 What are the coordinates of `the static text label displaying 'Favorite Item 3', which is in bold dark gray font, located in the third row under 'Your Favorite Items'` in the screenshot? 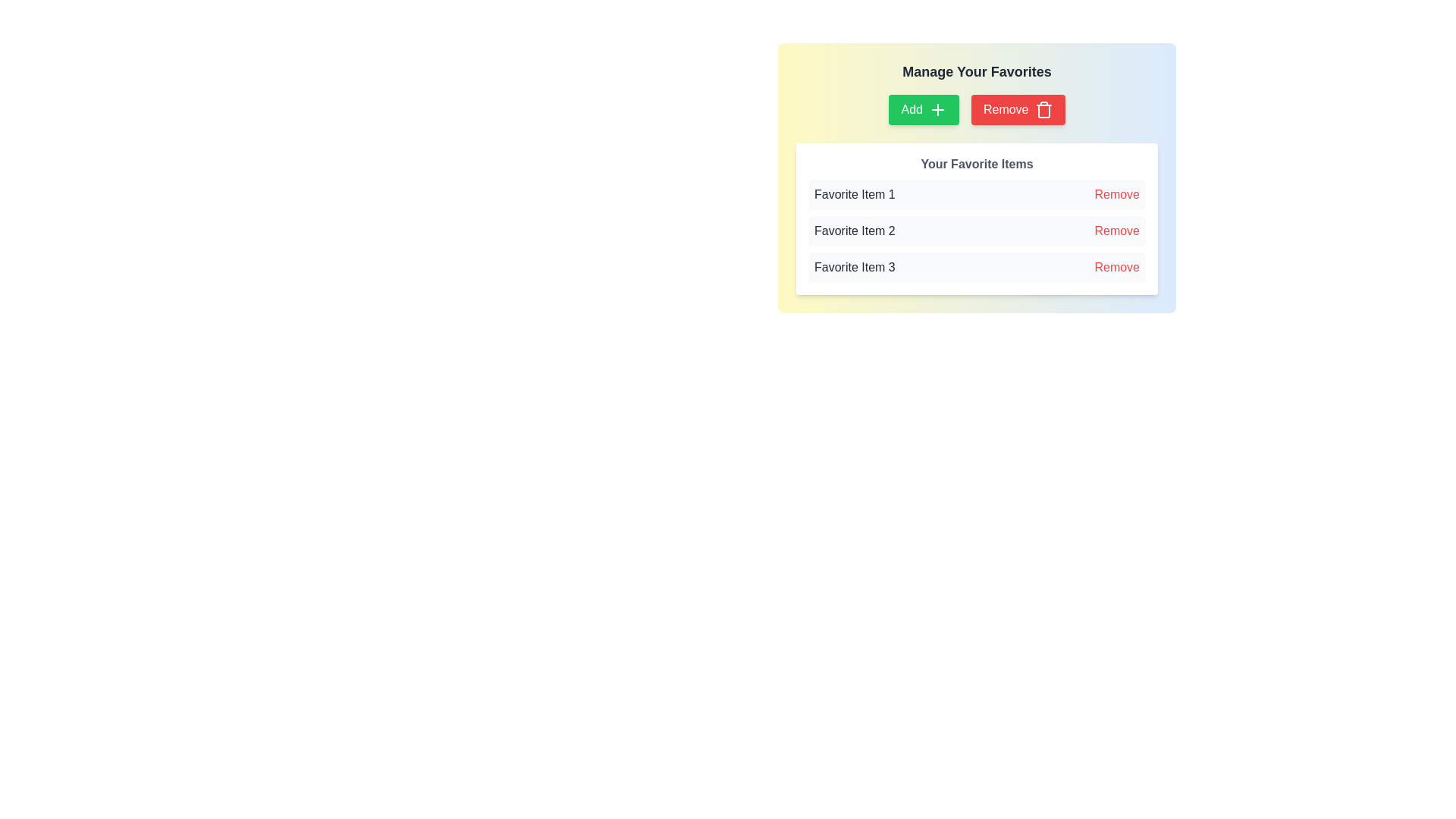 It's located at (855, 267).